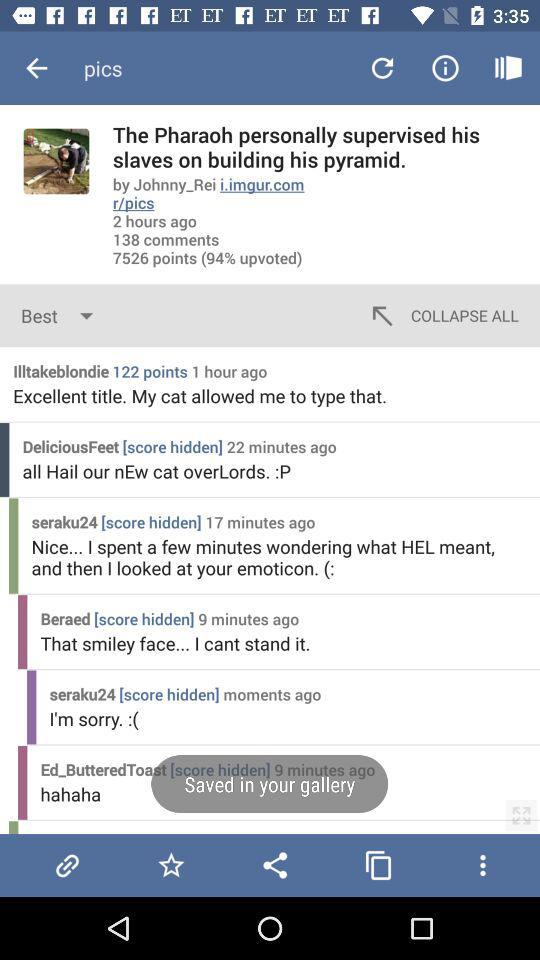 This screenshot has height=960, width=540. What do you see at coordinates (378, 864) in the screenshot?
I see `the copy icon` at bounding box center [378, 864].